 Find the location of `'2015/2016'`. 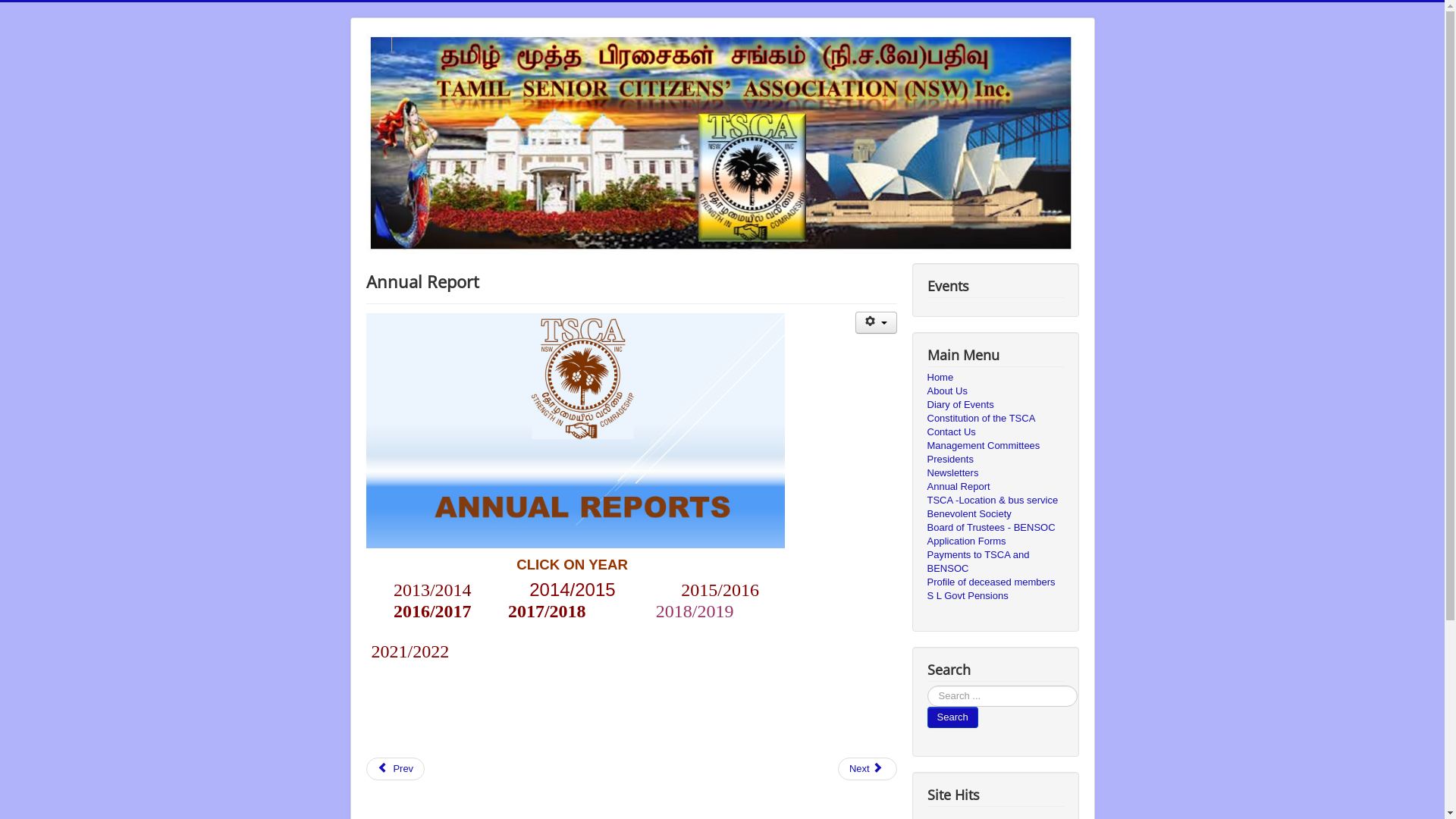

'2015/2016' is located at coordinates (719, 589).